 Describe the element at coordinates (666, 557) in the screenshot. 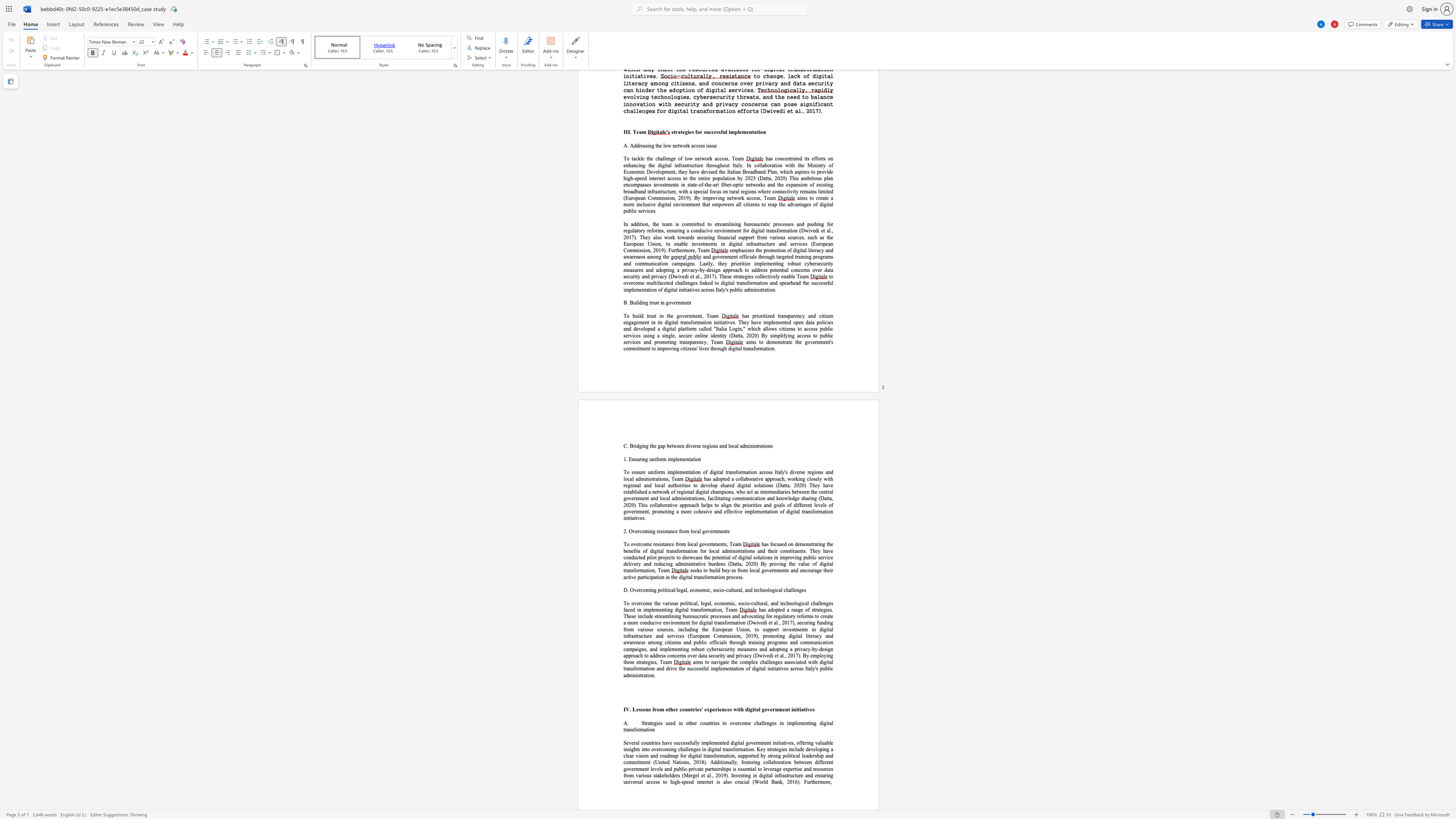

I see `the subset text "ec" within the text "the benefits of digital transformation for local administrations and their constituents. They have conducted pilot projects to"` at that location.